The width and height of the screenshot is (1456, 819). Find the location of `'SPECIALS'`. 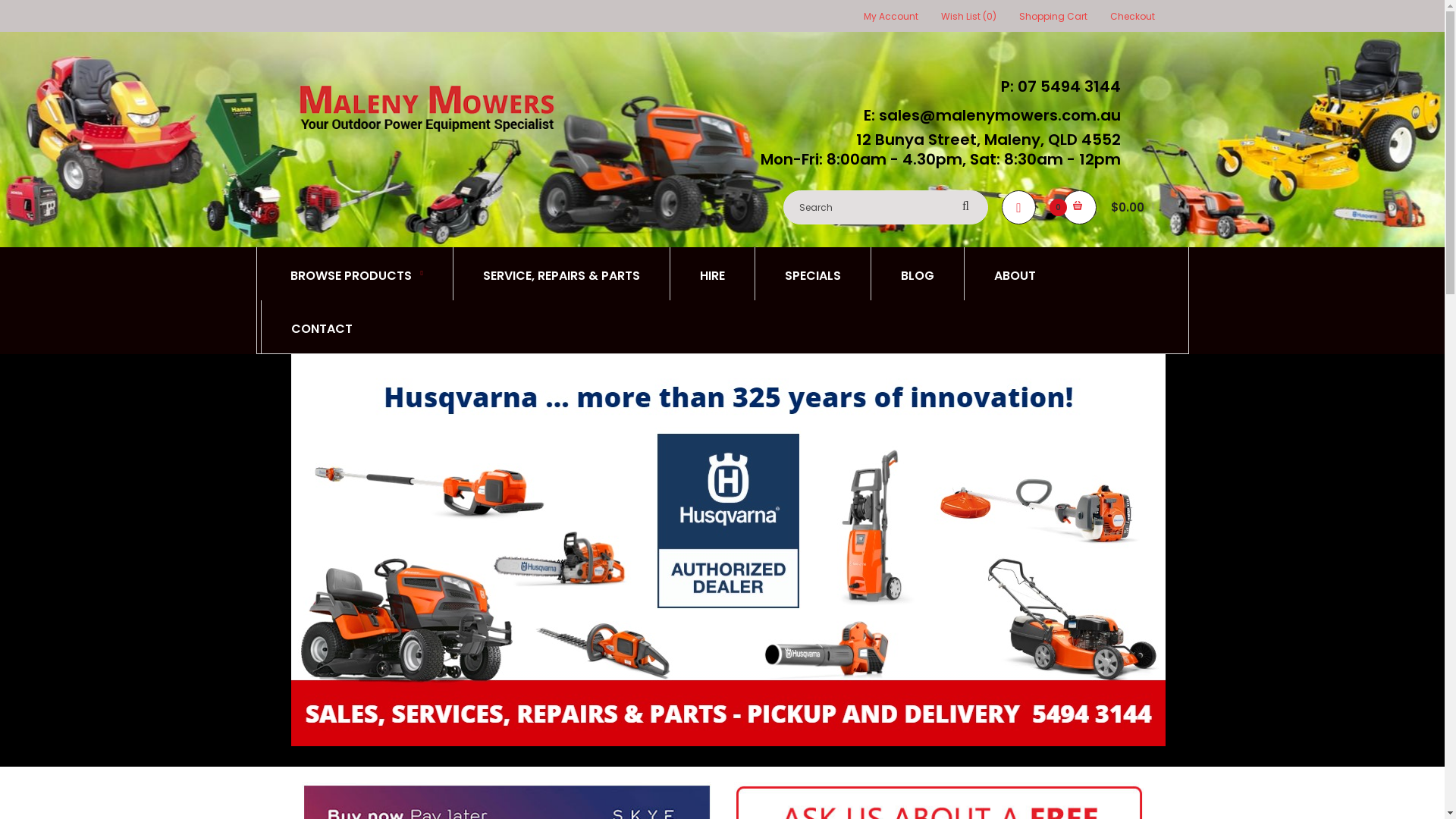

'SPECIALS' is located at coordinates (811, 274).